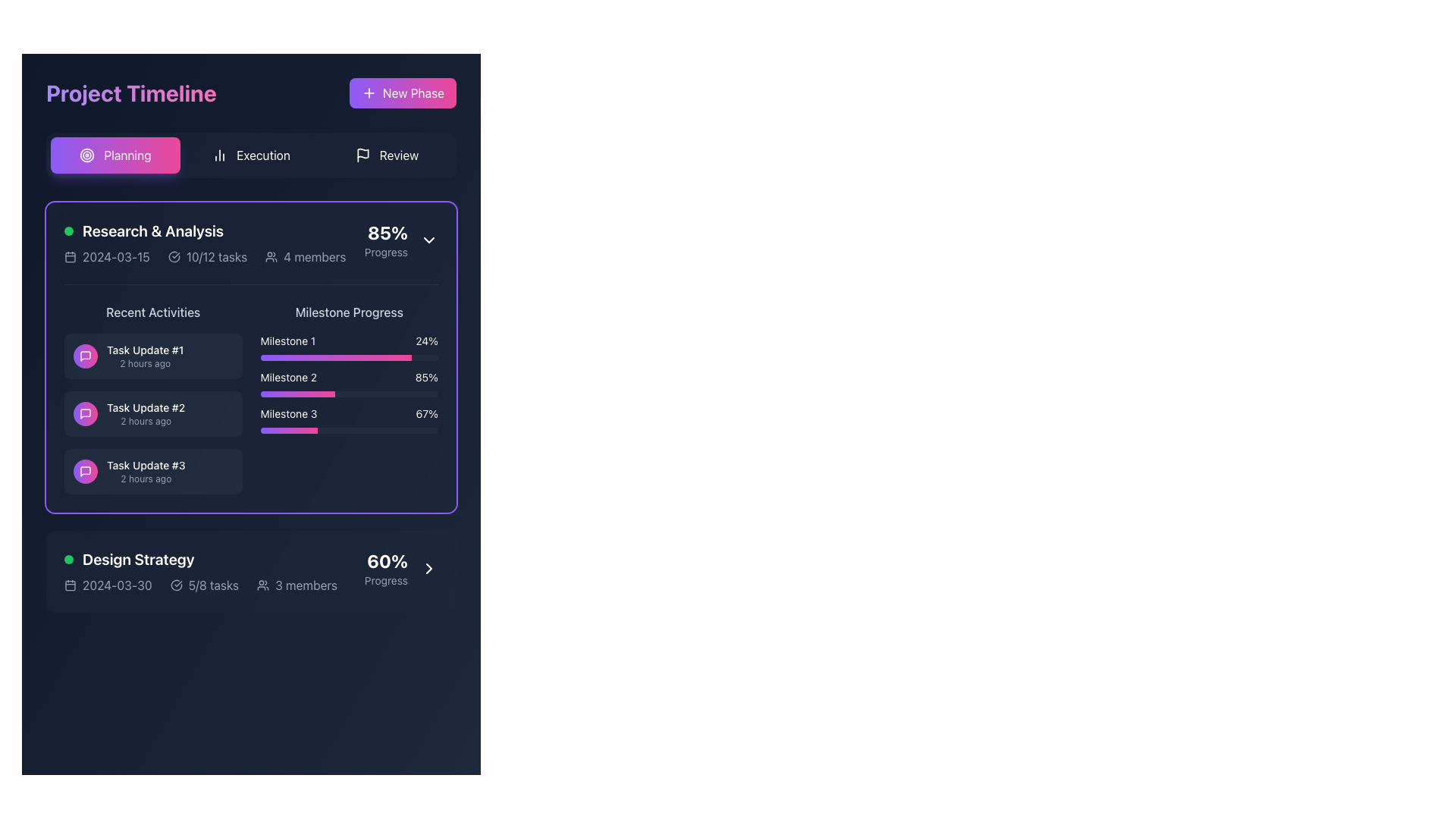 The width and height of the screenshot is (1456, 819). Describe the element at coordinates (146, 421) in the screenshot. I see `timestamp text label located directly below the title 'Task Update #2', which indicates when the associated task update occurred` at that location.